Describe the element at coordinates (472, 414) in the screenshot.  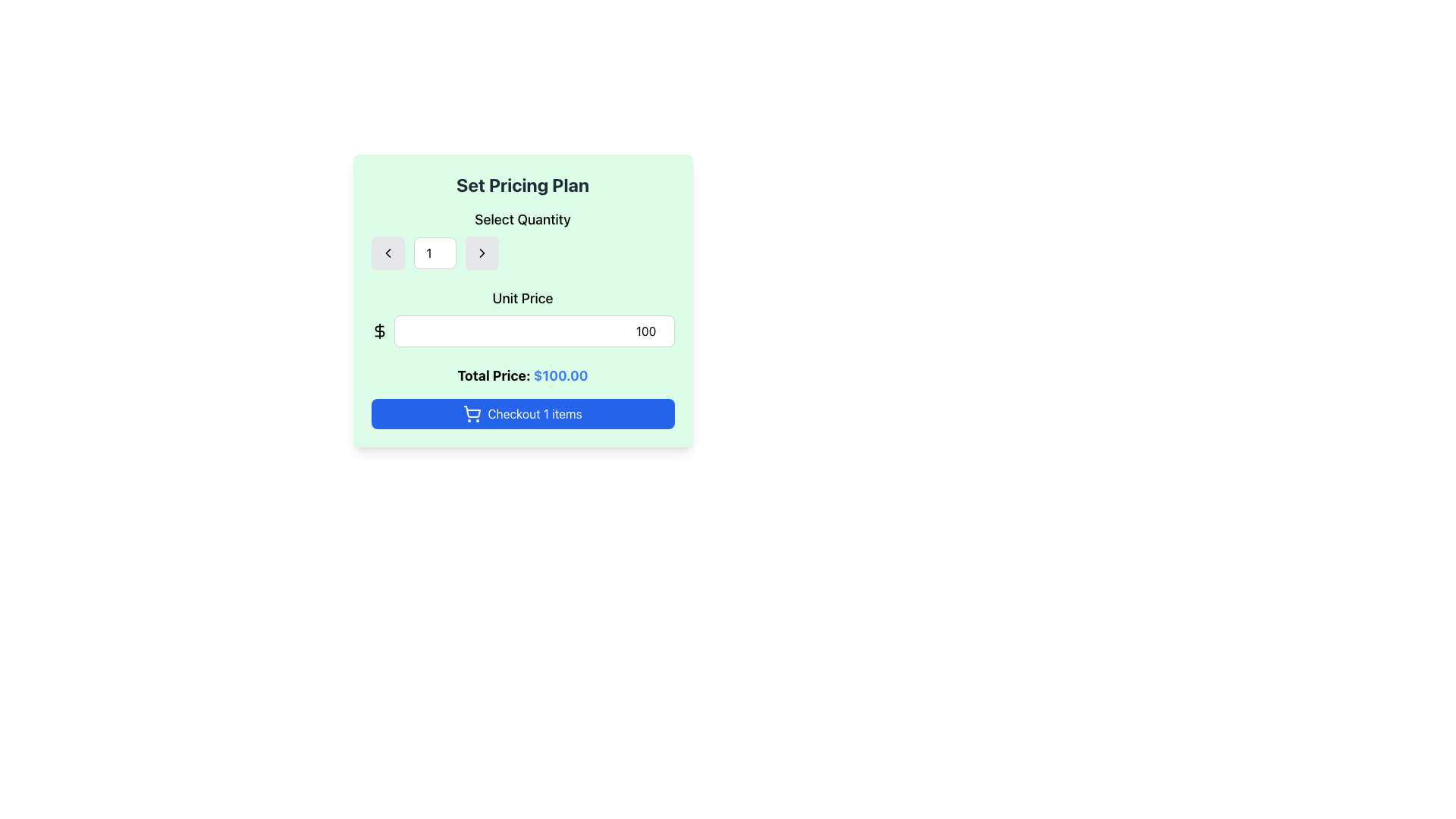
I see `the shopping cart icon within the 'Checkout 1 items' button located at the bottom of the pricing plan interface` at that location.